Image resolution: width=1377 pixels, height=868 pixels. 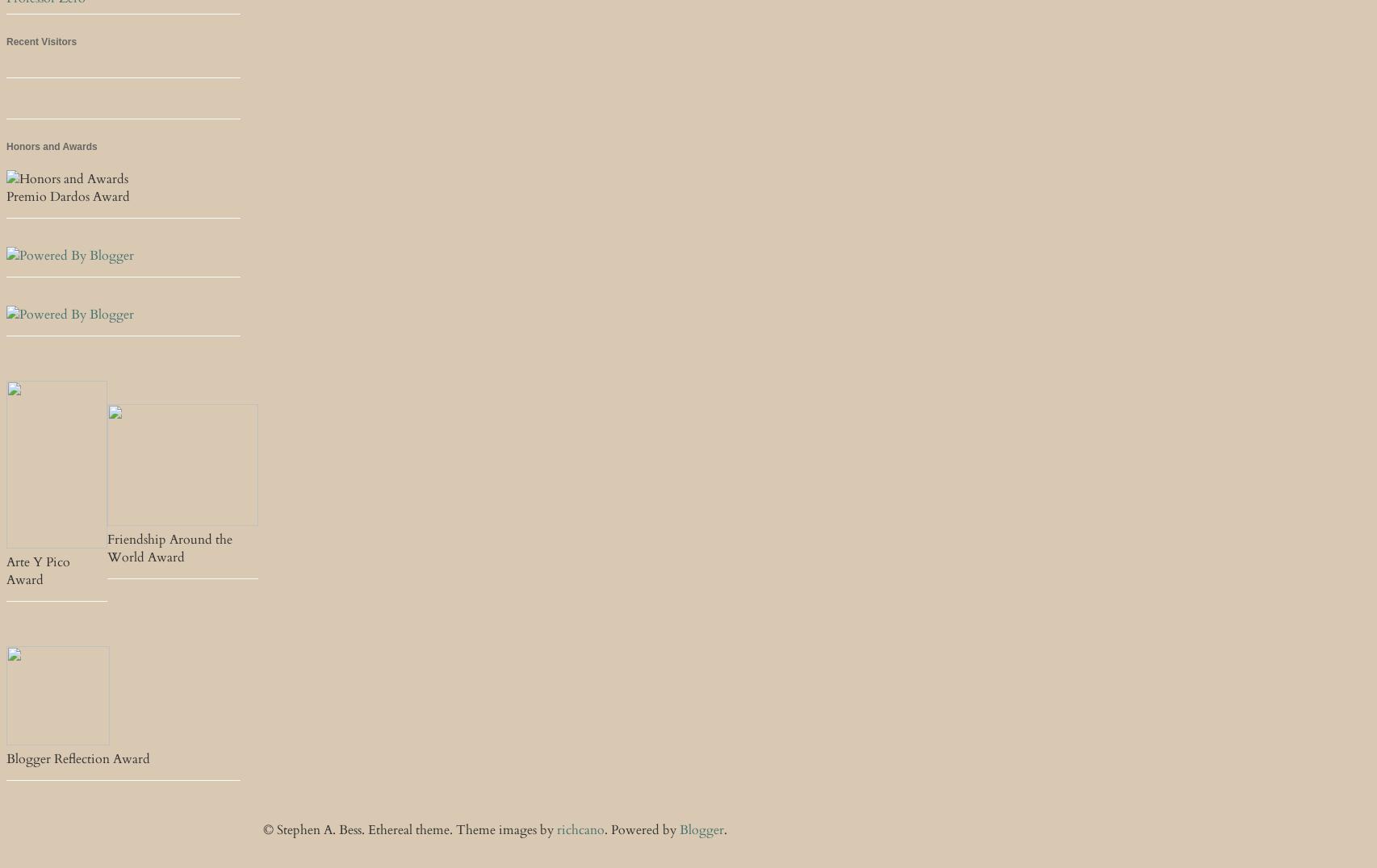 I want to click on 'Blogger Reflection Award', so click(x=78, y=757).